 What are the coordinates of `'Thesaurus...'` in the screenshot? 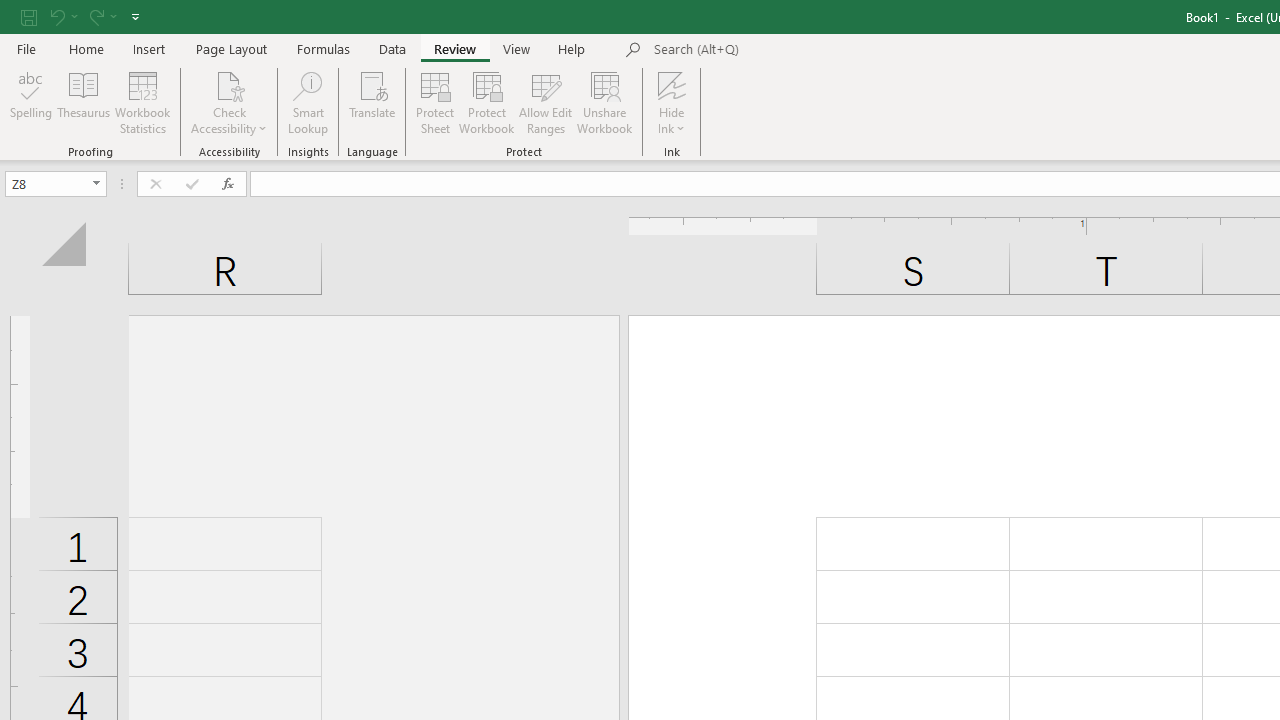 It's located at (82, 103).